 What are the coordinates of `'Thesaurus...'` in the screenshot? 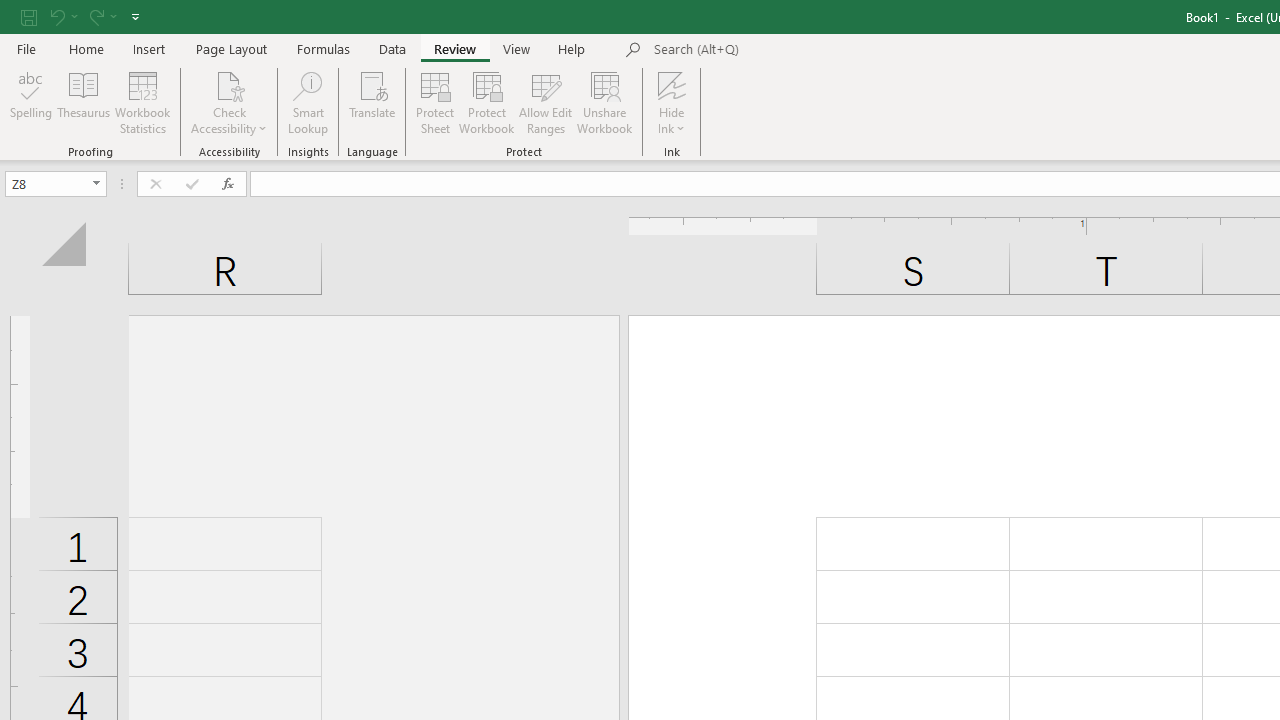 It's located at (82, 103).